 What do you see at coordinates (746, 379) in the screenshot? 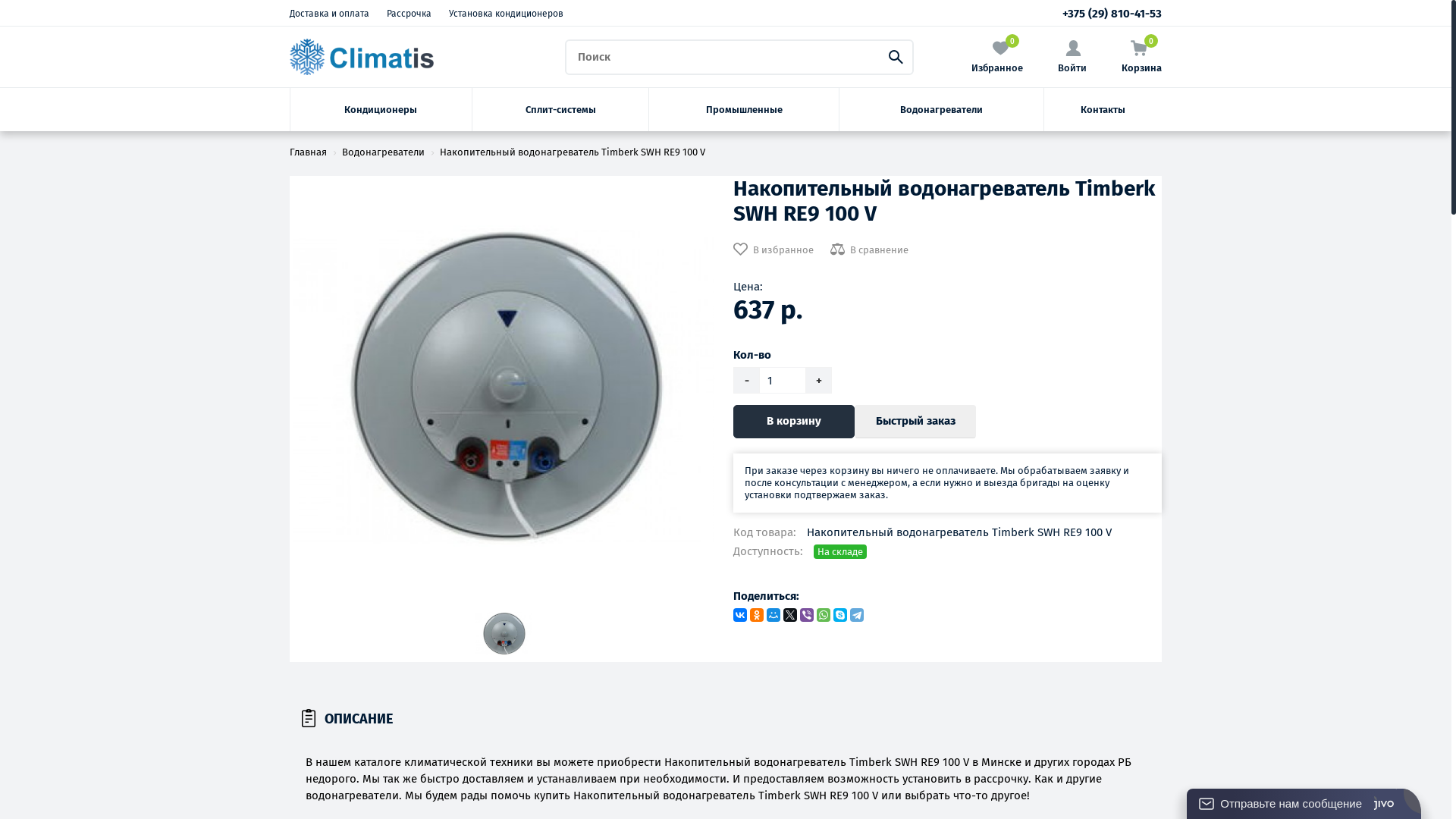
I see `'-'` at bounding box center [746, 379].